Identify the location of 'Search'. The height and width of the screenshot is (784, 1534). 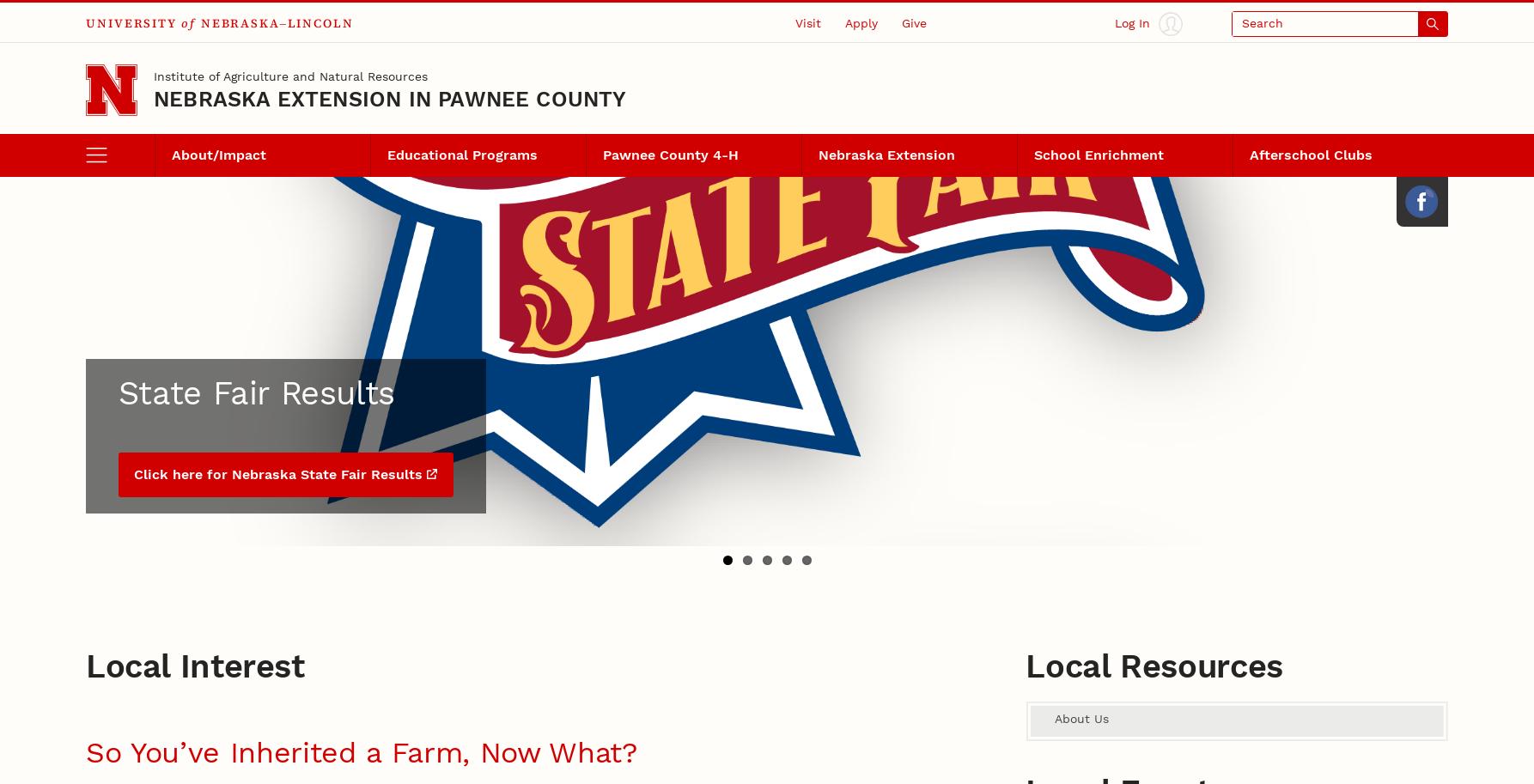
(108, 72).